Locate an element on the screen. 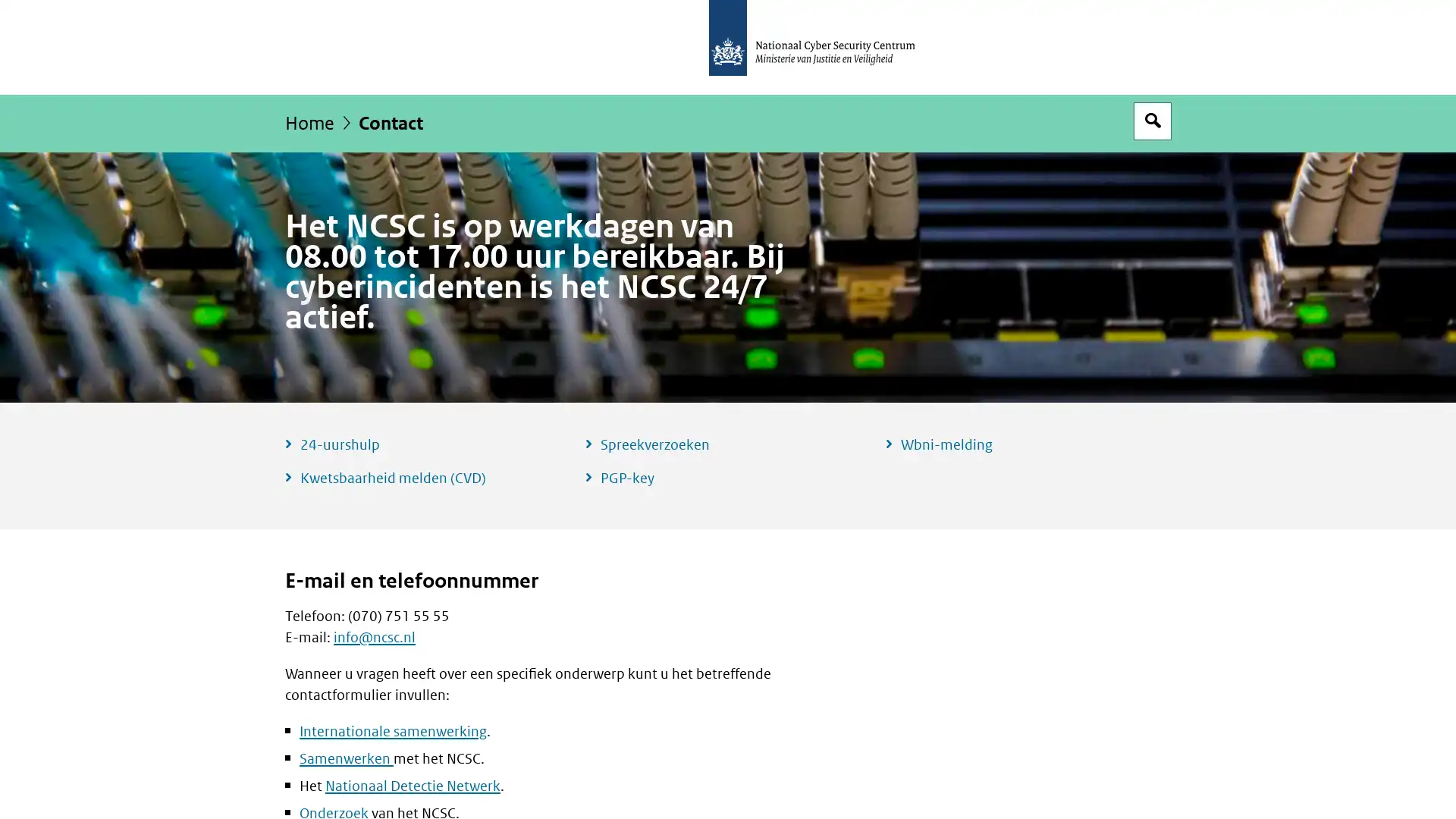 The height and width of the screenshot is (819, 1456). Open zoekveld is located at coordinates (1153, 120).